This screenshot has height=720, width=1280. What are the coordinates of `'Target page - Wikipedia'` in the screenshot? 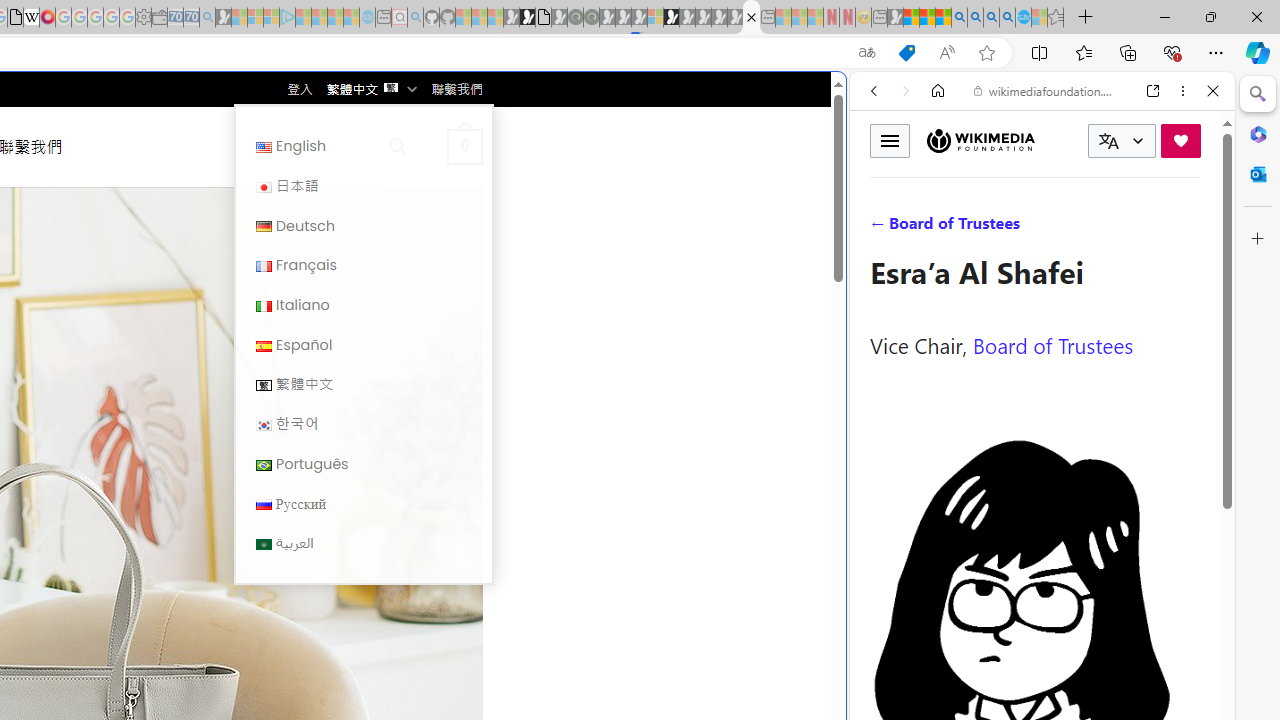 It's located at (32, 17).